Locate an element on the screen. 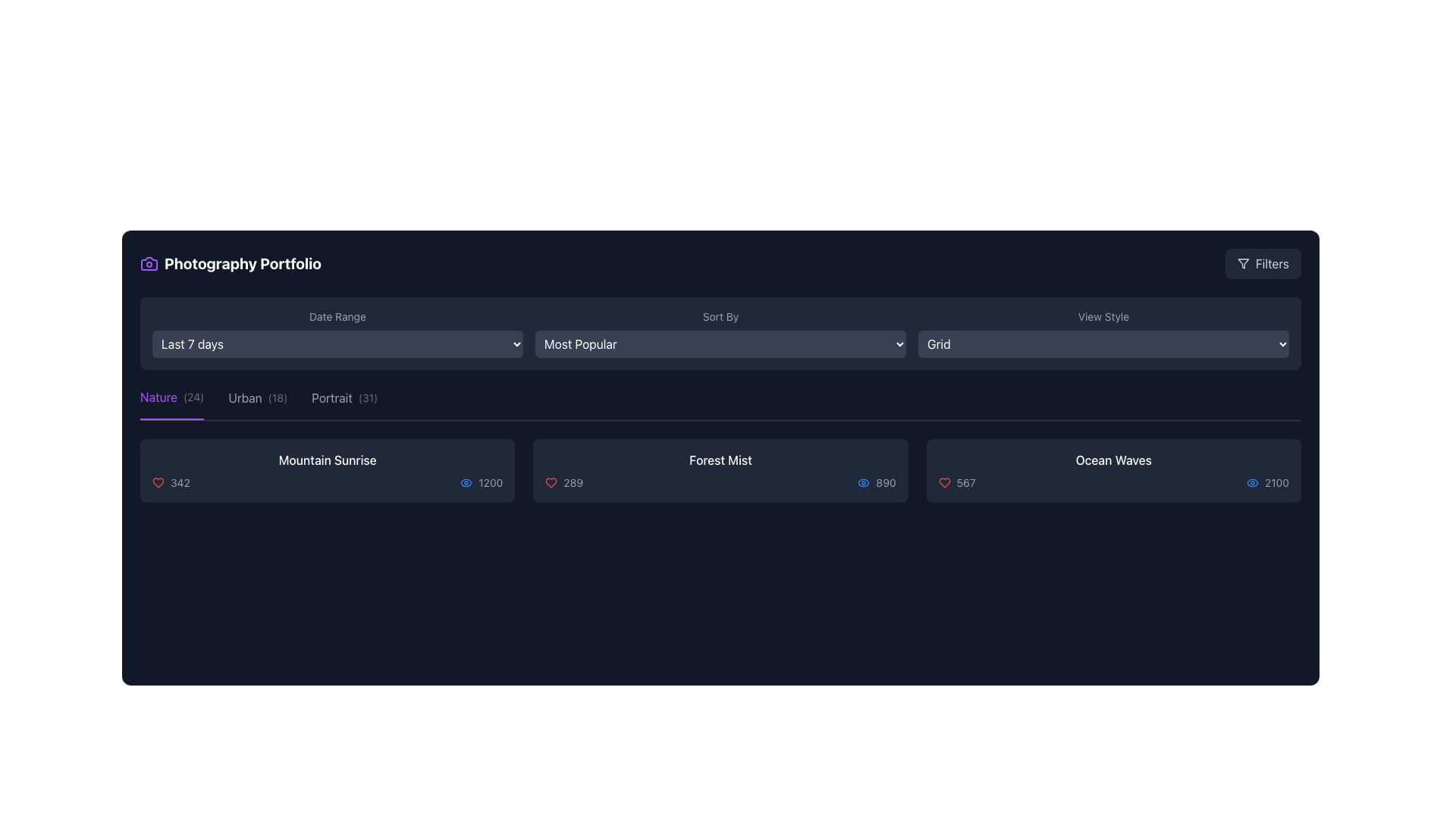 The width and height of the screenshot is (1456, 819). the 'Urban' category filter button is located at coordinates (258, 403).